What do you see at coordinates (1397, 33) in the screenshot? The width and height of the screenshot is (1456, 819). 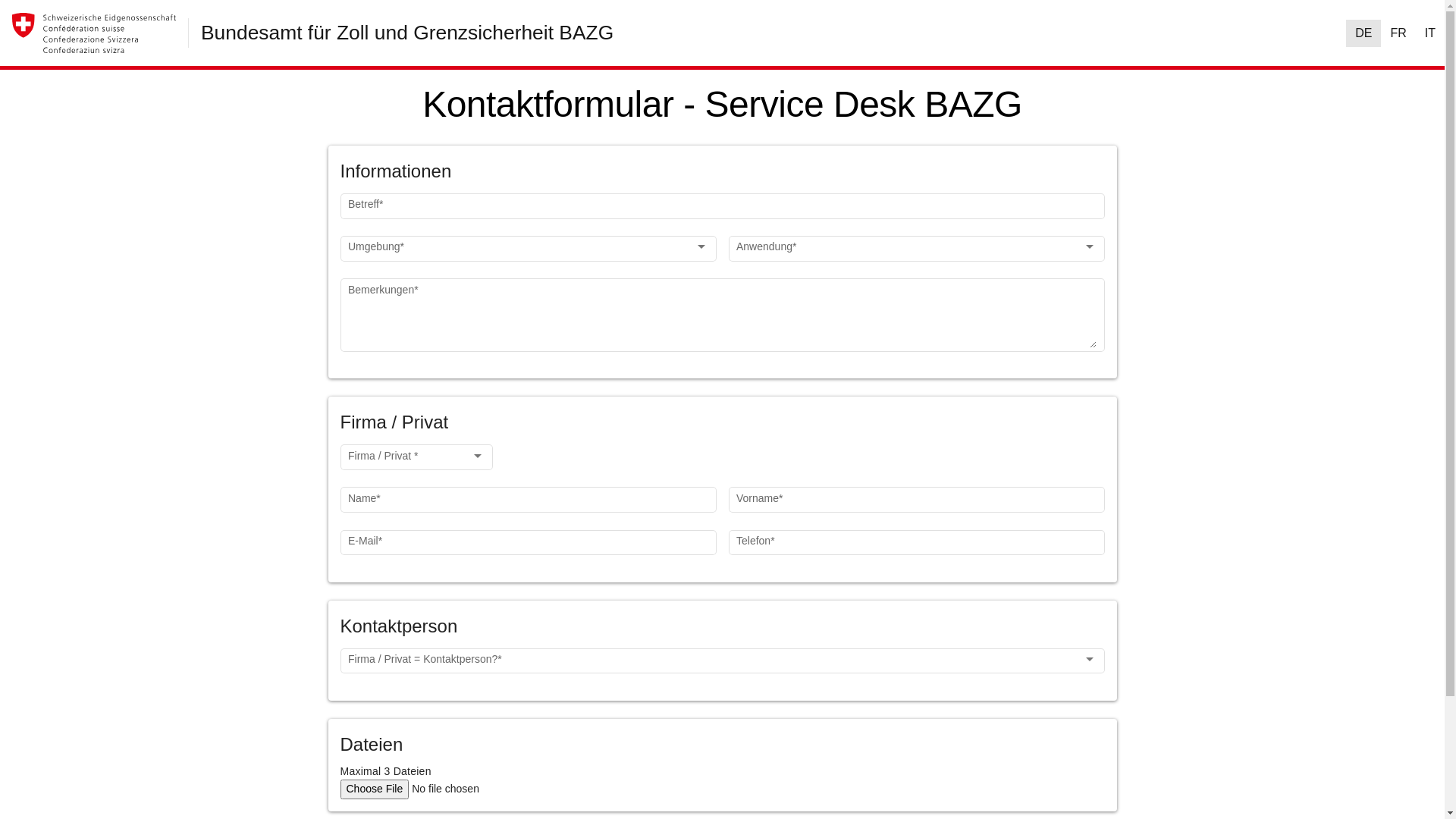 I see `'FR'` at bounding box center [1397, 33].